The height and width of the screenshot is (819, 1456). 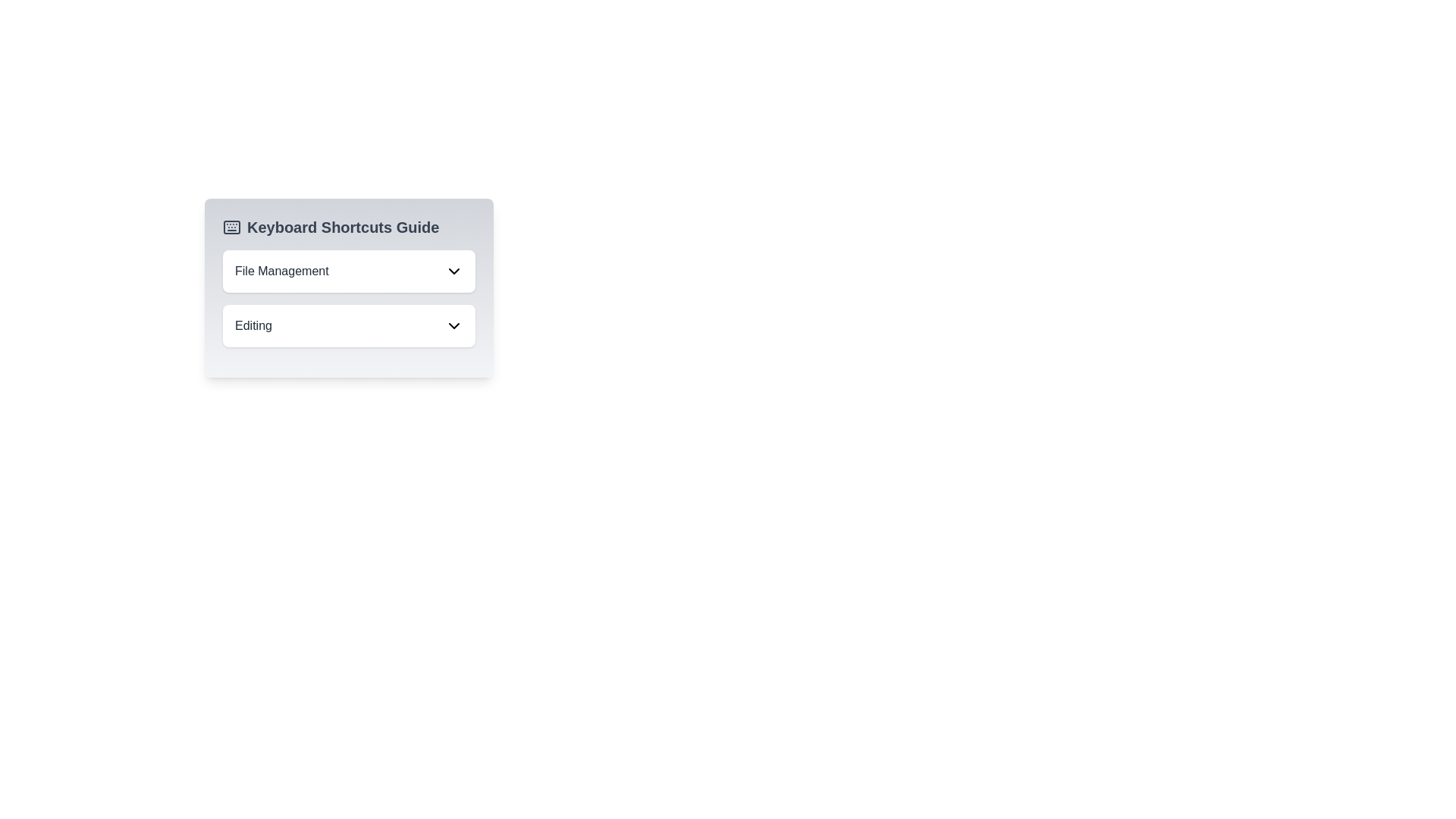 What do you see at coordinates (348, 325) in the screenshot?
I see `the dropdown trigger labeled 'Editing', which is a rectangular section with a white background and rounded corners located under the 'File Management' section` at bounding box center [348, 325].